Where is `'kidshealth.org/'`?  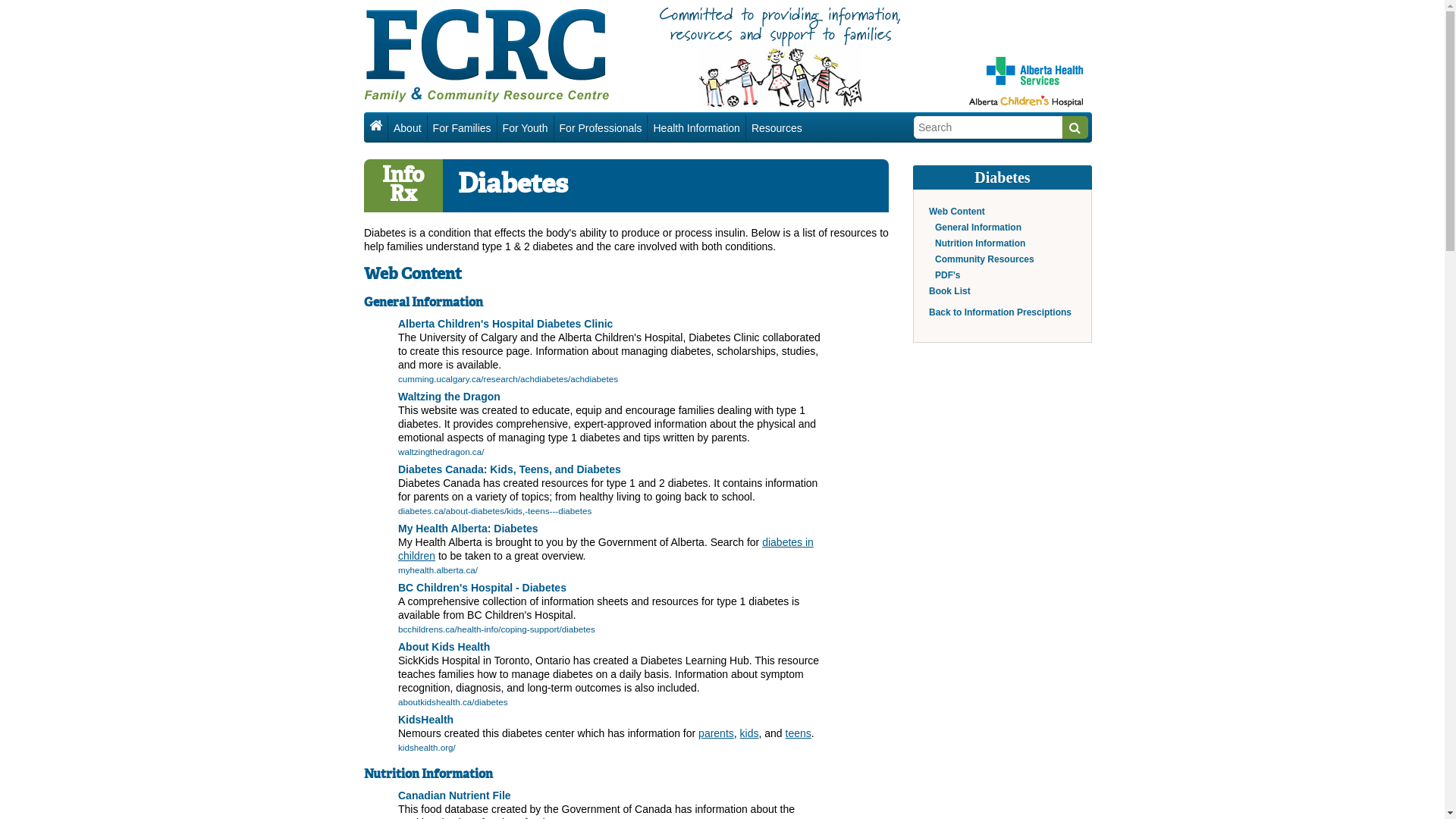
'kidshealth.org/' is located at coordinates (425, 746).